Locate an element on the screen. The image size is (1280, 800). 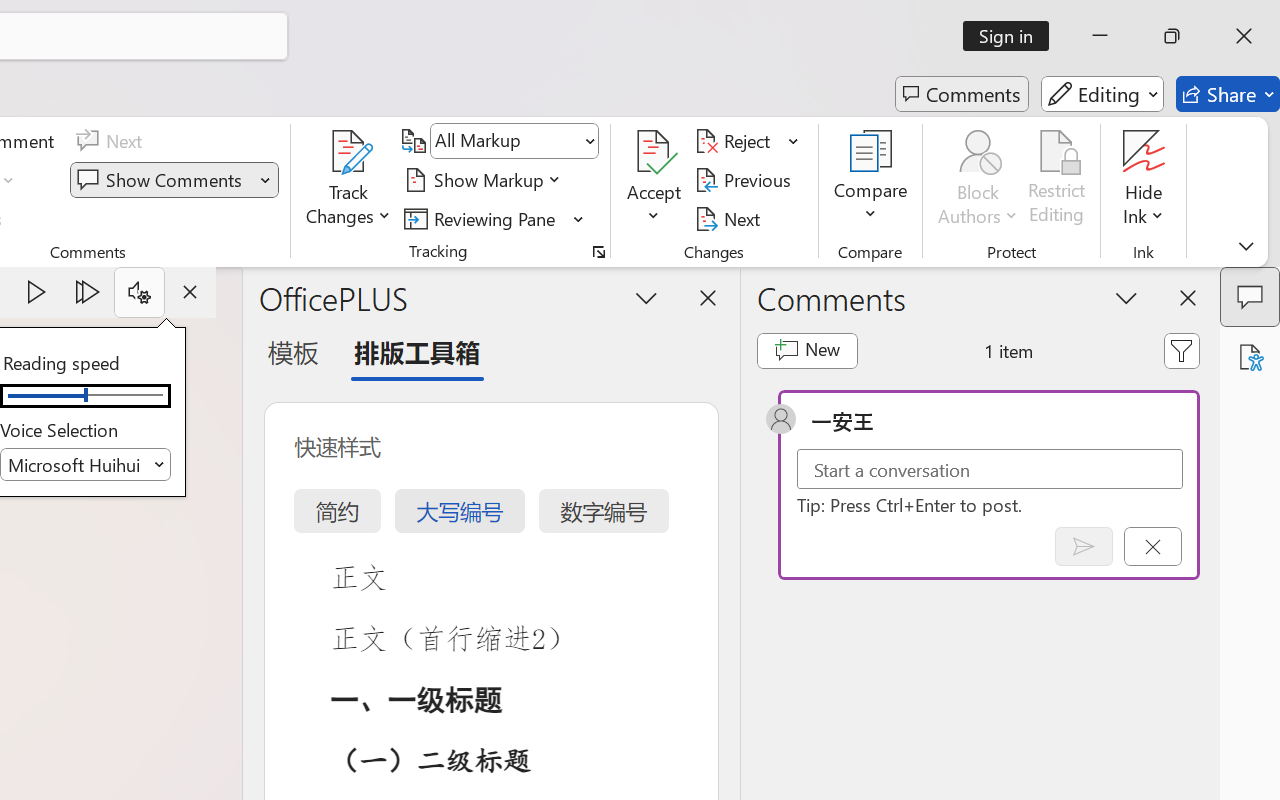
'Reading speed' is located at coordinates (84, 395).